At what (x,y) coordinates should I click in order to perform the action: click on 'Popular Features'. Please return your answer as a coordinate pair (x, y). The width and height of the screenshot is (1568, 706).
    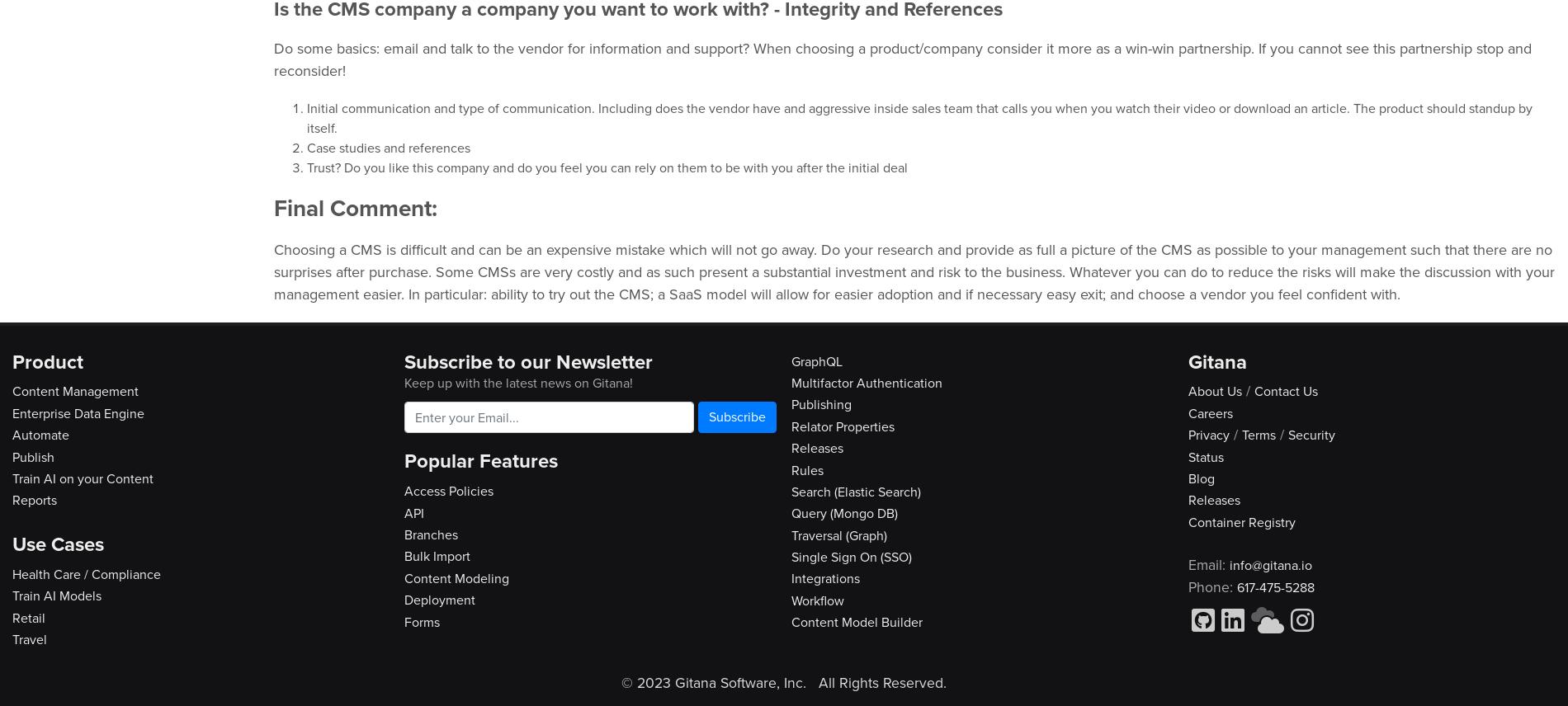
    Looking at the image, I should click on (480, 459).